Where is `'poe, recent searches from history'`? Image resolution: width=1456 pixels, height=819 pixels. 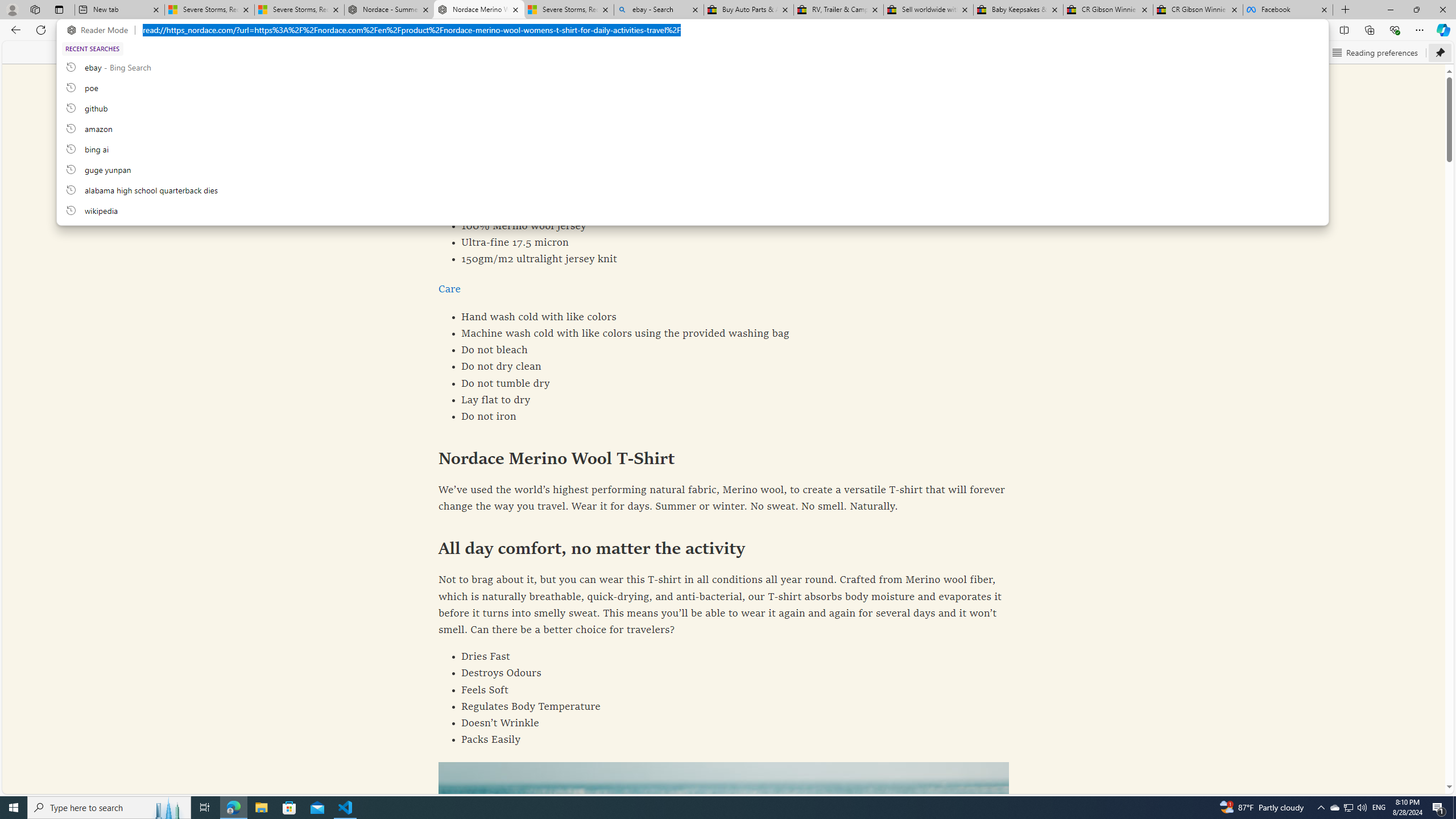 'poe, recent searches from history' is located at coordinates (692, 87).